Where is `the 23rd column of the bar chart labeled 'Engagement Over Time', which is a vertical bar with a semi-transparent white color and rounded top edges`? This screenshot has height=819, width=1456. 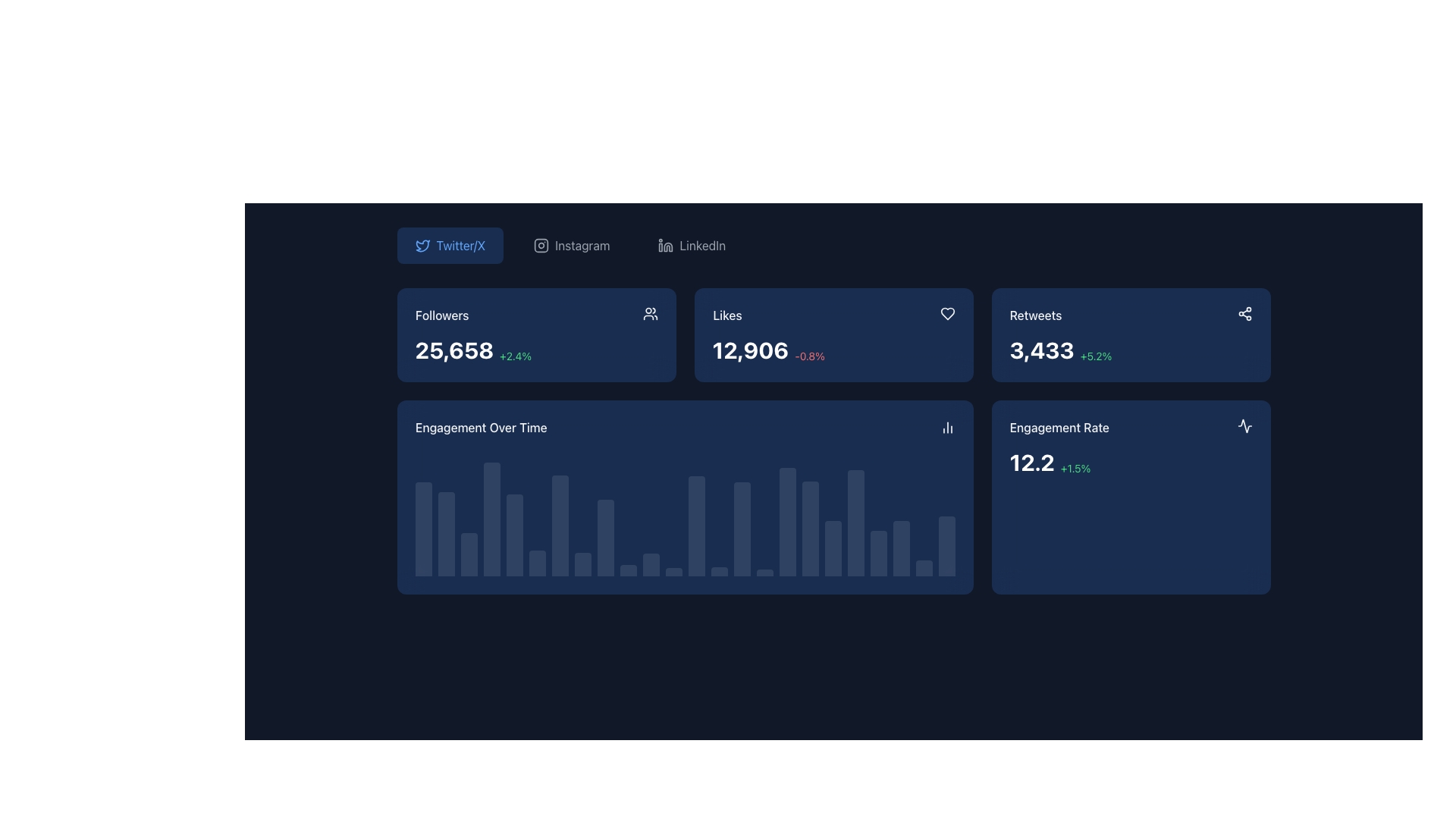
the 23rd column of the bar chart labeled 'Engagement Over Time', which is a vertical bar with a semi-transparent white color and rounded top edges is located at coordinates (901, 548).